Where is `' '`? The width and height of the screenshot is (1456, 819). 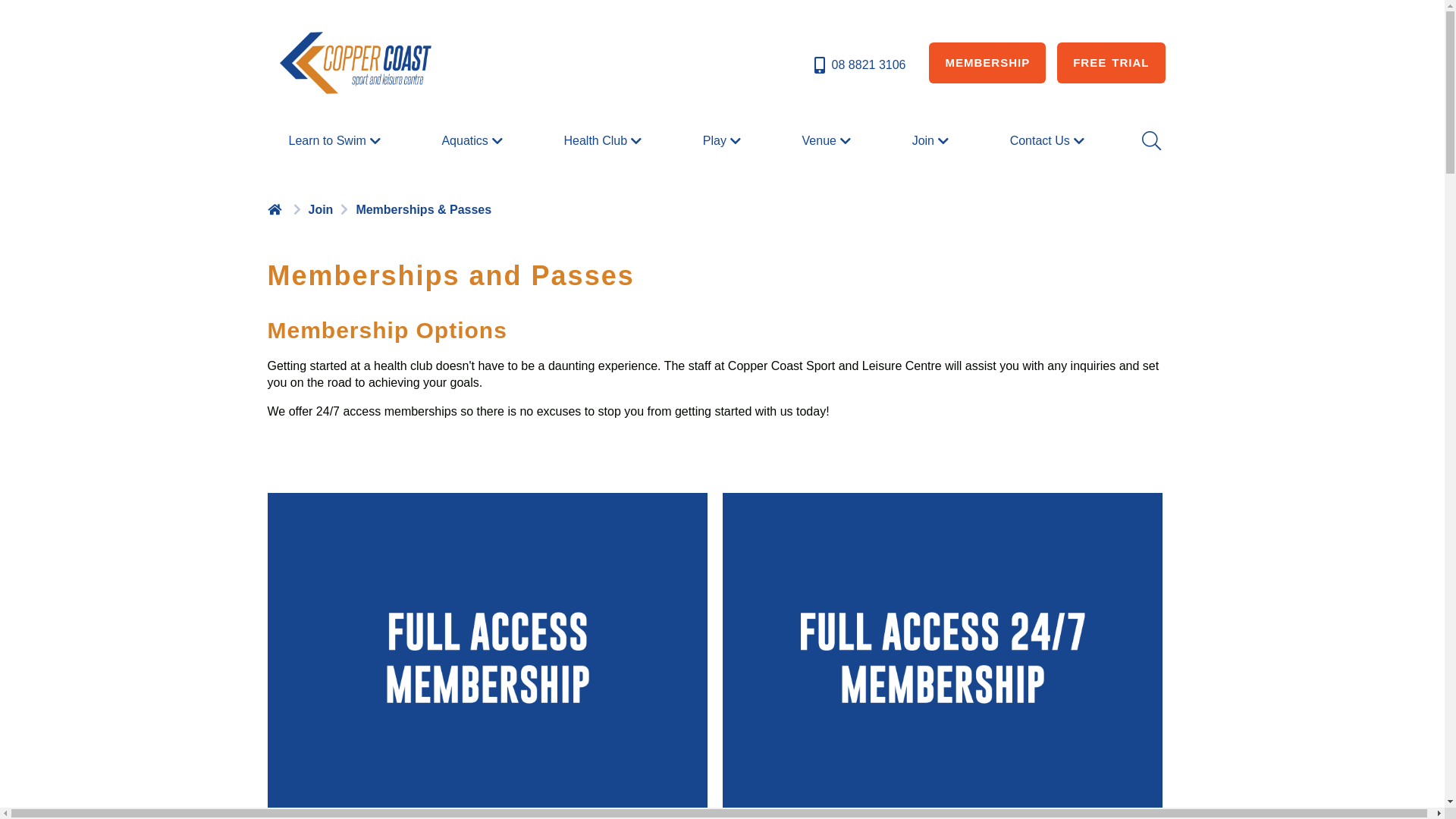
' ' is located at coordinates (276, 209).